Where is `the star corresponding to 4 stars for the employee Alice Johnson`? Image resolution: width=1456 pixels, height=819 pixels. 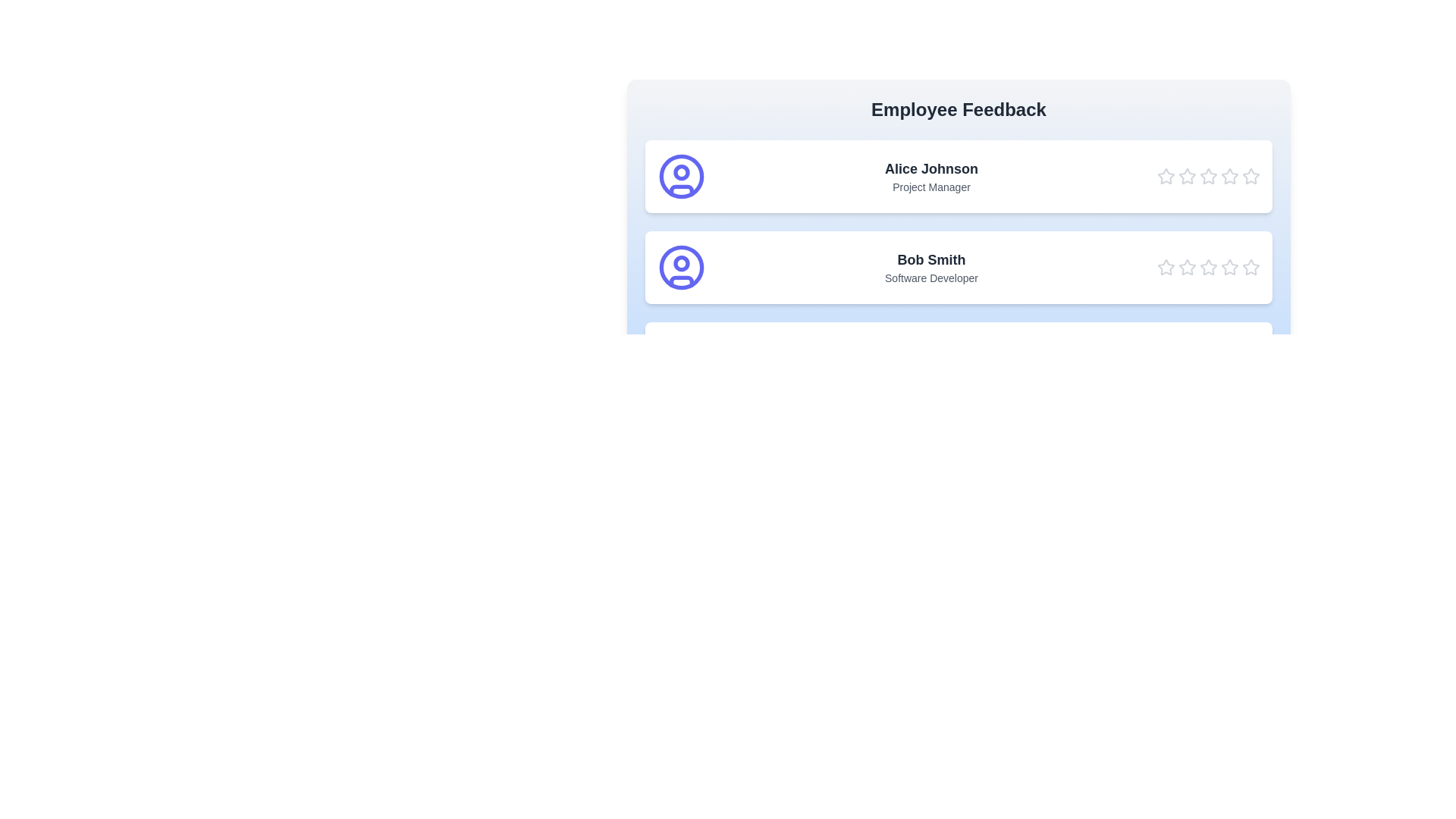 the star corresponding to 4 stars for the employee Alice Johnson is located at coordinates (1230, 175).